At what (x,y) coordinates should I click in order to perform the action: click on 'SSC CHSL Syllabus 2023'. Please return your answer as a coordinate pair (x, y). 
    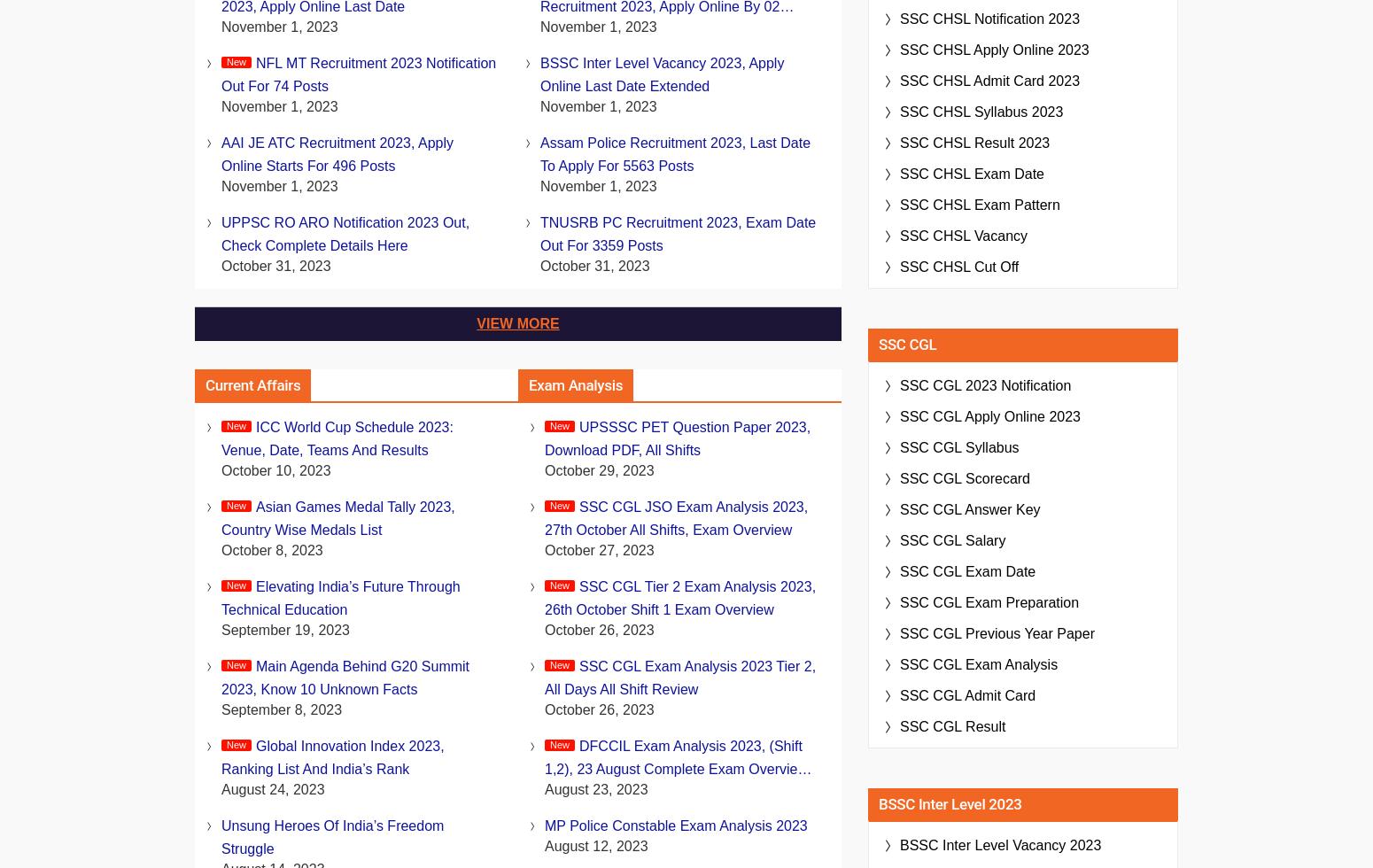
    Looking at the image, I should click on (980, 111).